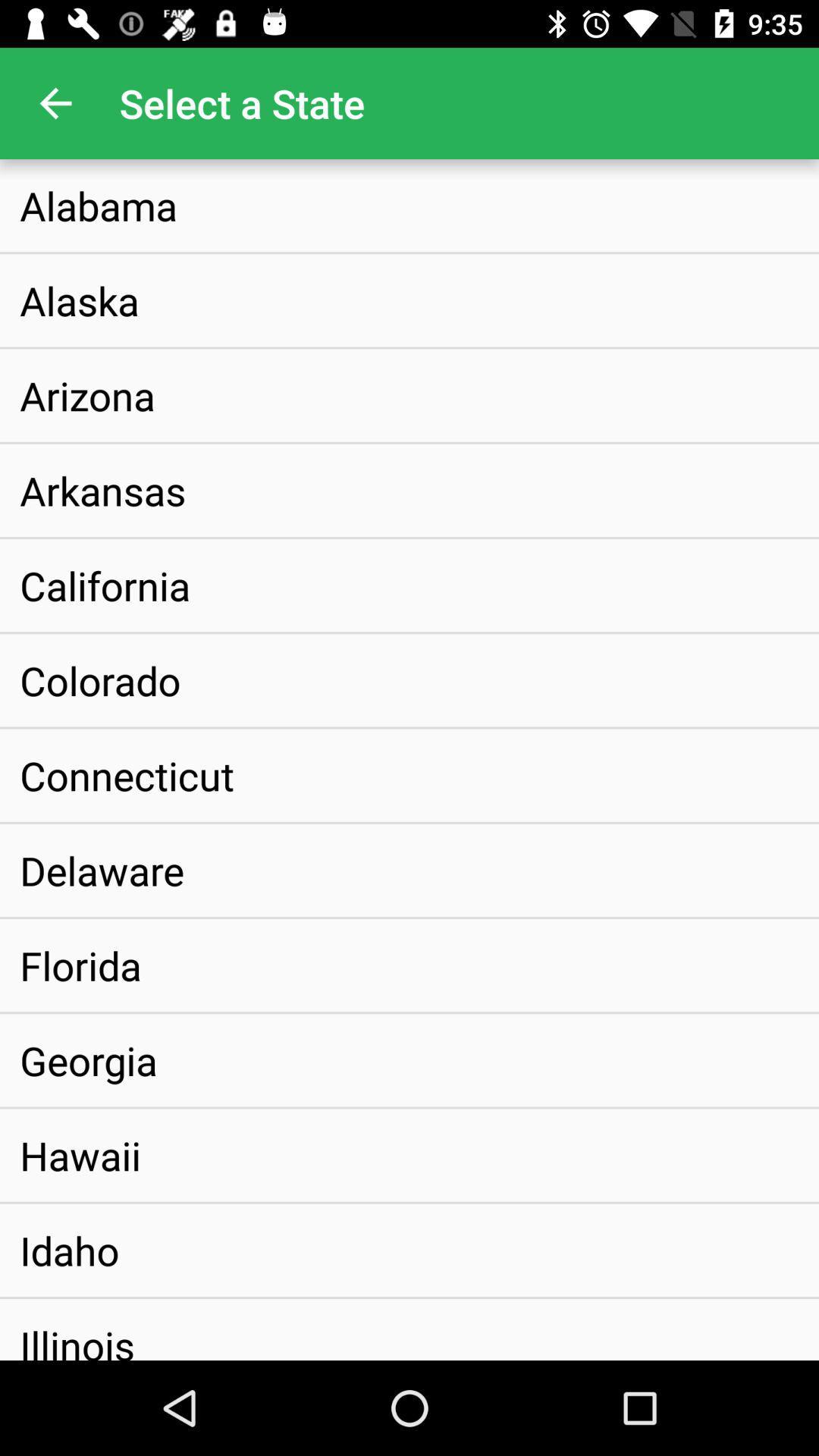 This screenshot has width=819, height=1456. What do you see at coordinates (77, 1329) in the screenshot?
I see `the item below the idaho` at bounding box center [77, 1329].